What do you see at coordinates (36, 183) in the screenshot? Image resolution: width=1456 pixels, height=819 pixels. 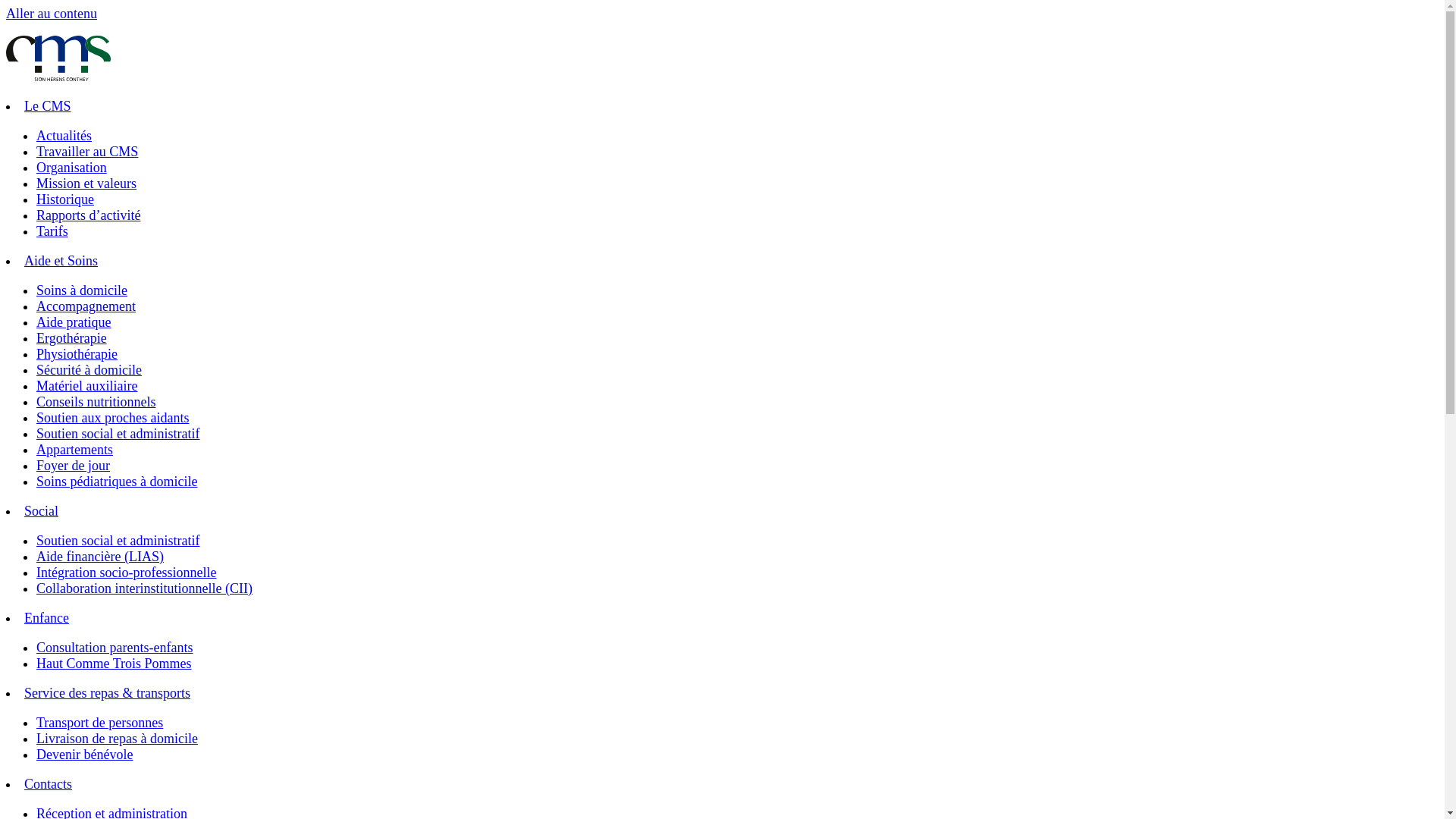 I see `'Mission et valeurs'` at bounding box center [36, 183].